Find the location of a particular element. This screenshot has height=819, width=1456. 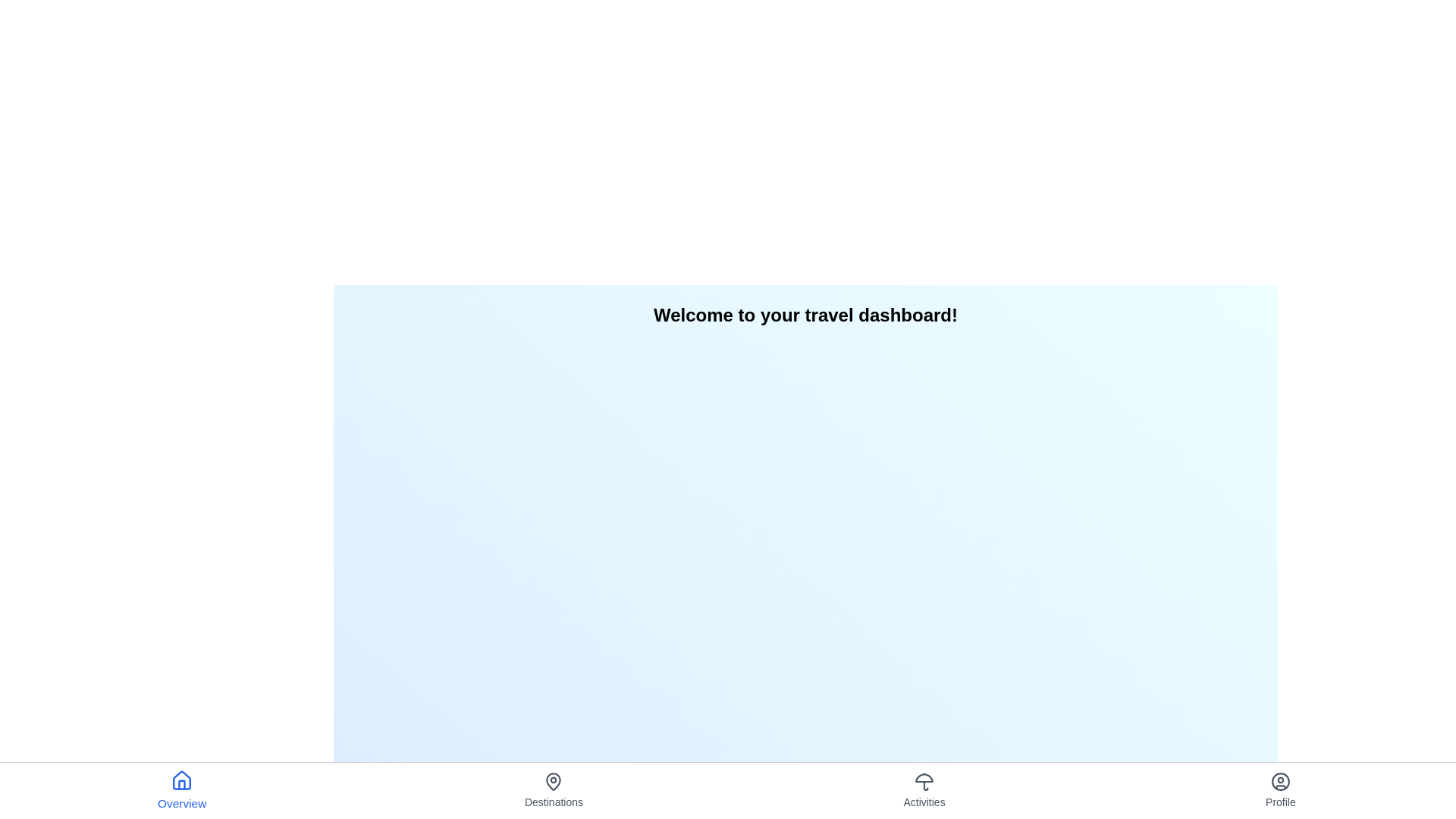

the 'Profile' button, which features a user's profile icon and the label 'Profile' beneath it, to trigger the color change effect is located at coordinates (1279, 789).